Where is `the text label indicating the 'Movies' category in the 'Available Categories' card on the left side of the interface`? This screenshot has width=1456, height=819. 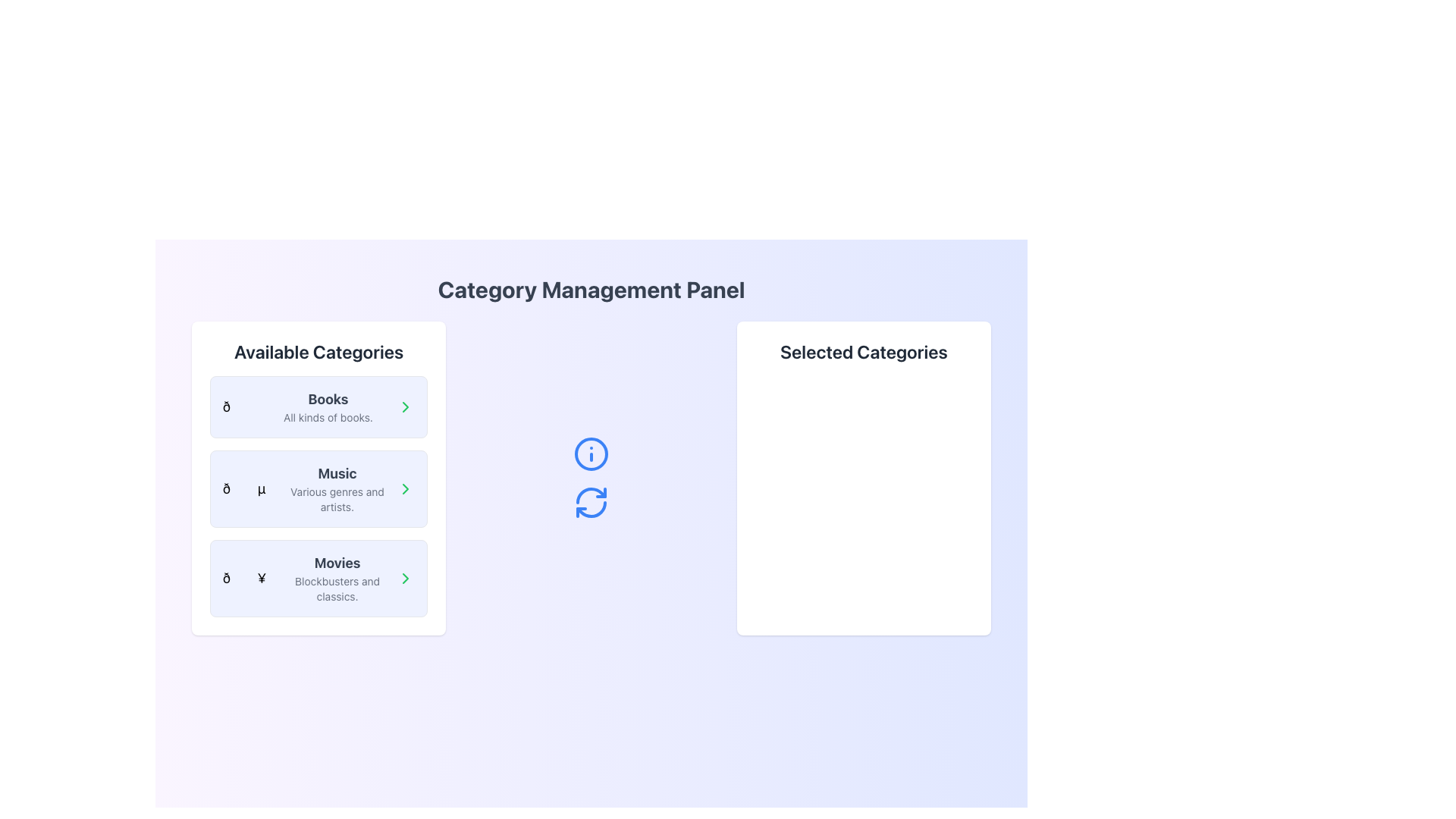 the text label indicating the 'Movies' category in the 'Available Categories' card on the left side of the interface is located at coordinates (337, 563).